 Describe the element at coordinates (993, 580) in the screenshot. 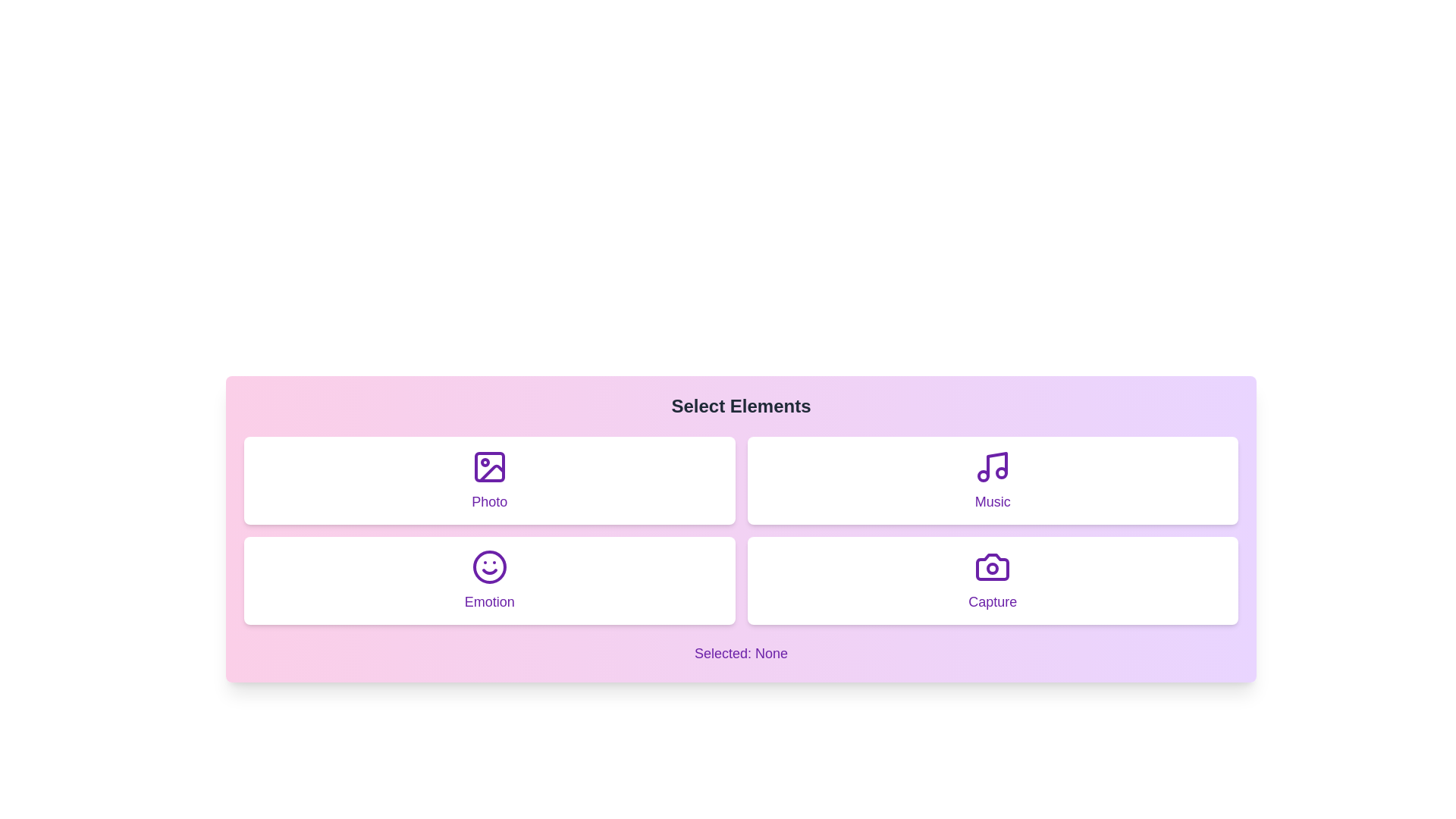

I see `the element labeled Capture` at that location.